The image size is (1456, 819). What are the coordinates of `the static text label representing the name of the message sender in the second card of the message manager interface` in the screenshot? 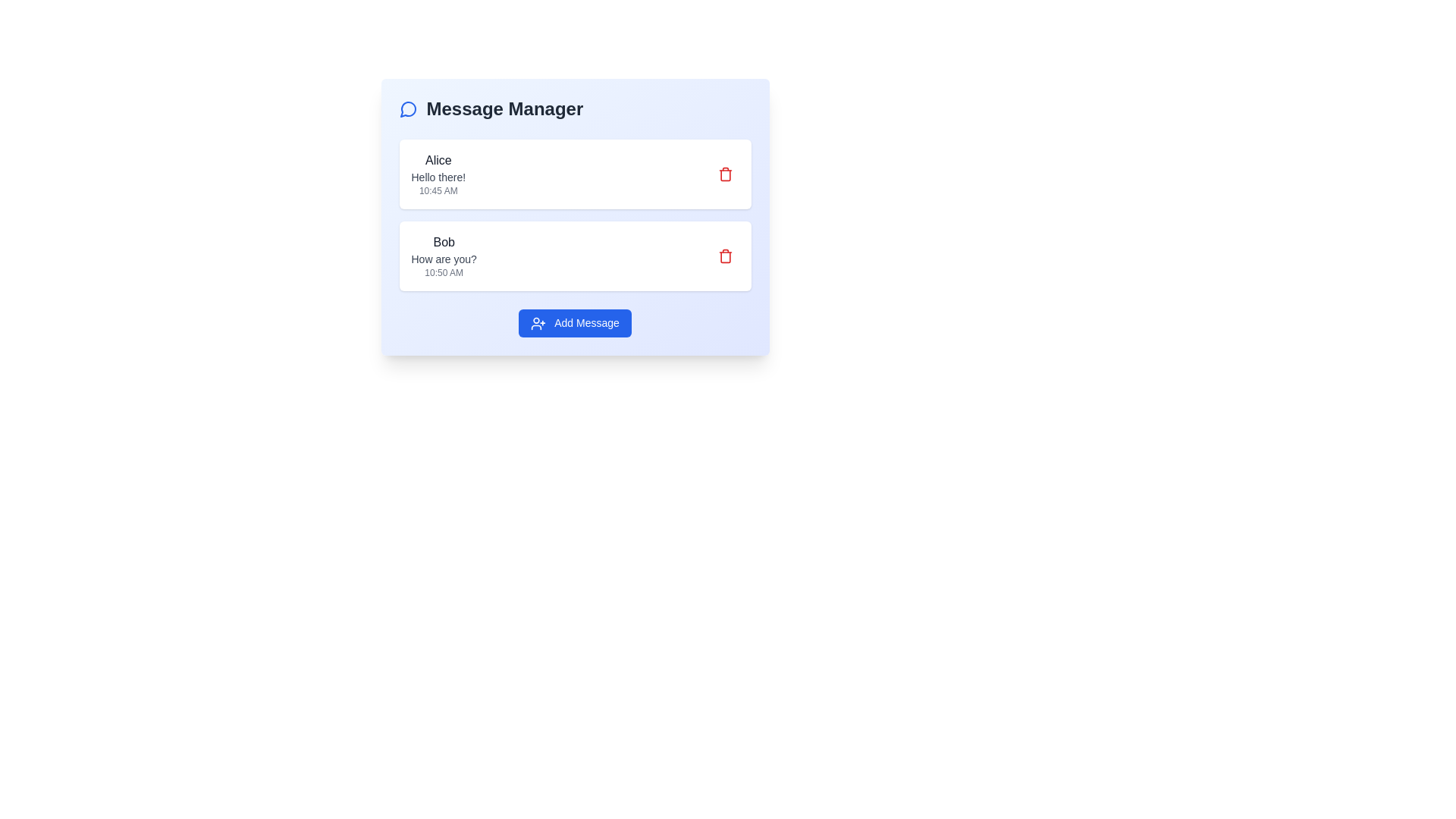 It's located at (443, 242).